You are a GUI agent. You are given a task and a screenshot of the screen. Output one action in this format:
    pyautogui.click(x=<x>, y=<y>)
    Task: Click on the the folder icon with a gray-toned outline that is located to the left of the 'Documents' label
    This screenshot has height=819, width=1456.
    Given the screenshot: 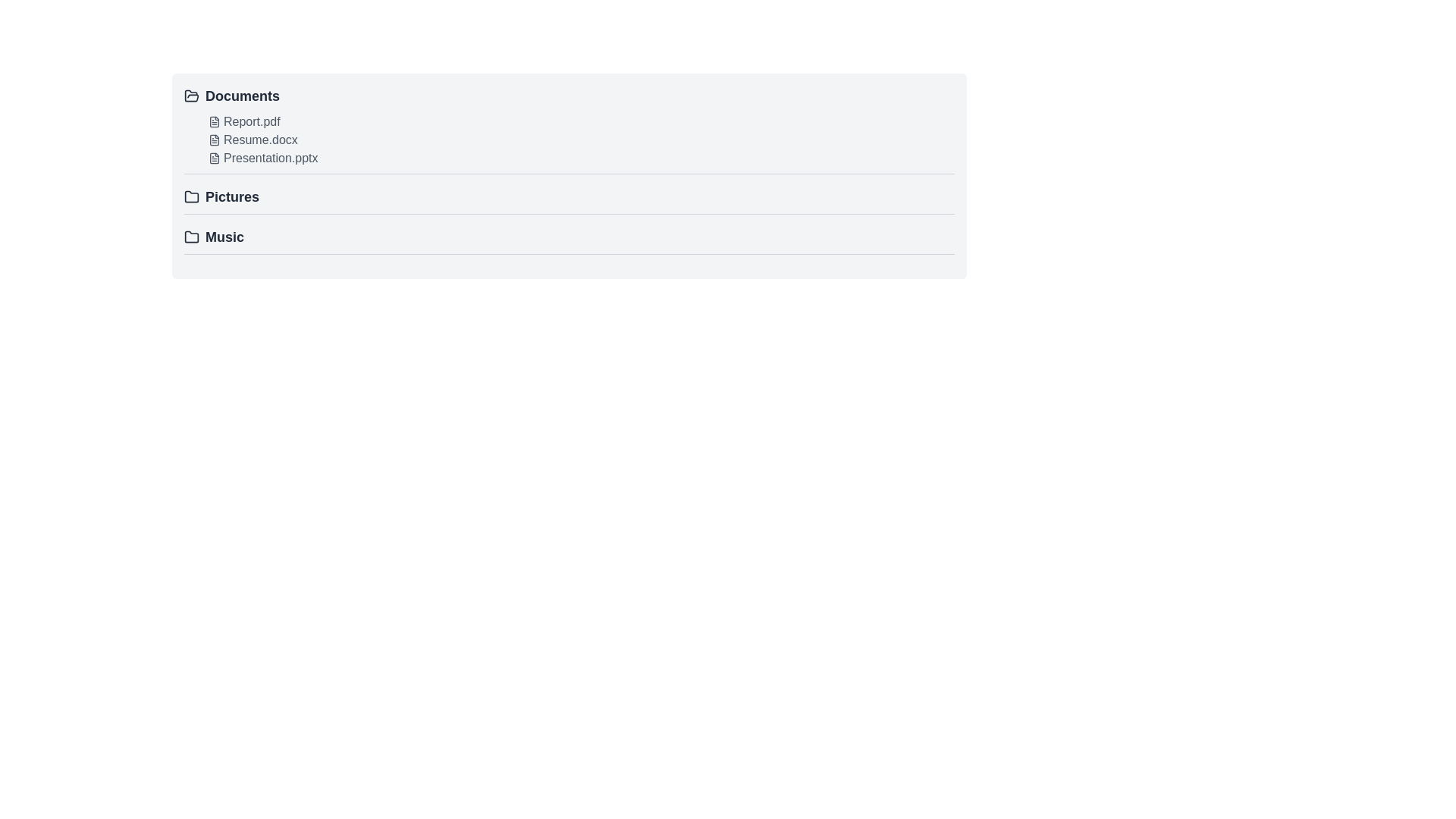 What is the action you would take?
    pyautogui.click(x=191, y=96)
    